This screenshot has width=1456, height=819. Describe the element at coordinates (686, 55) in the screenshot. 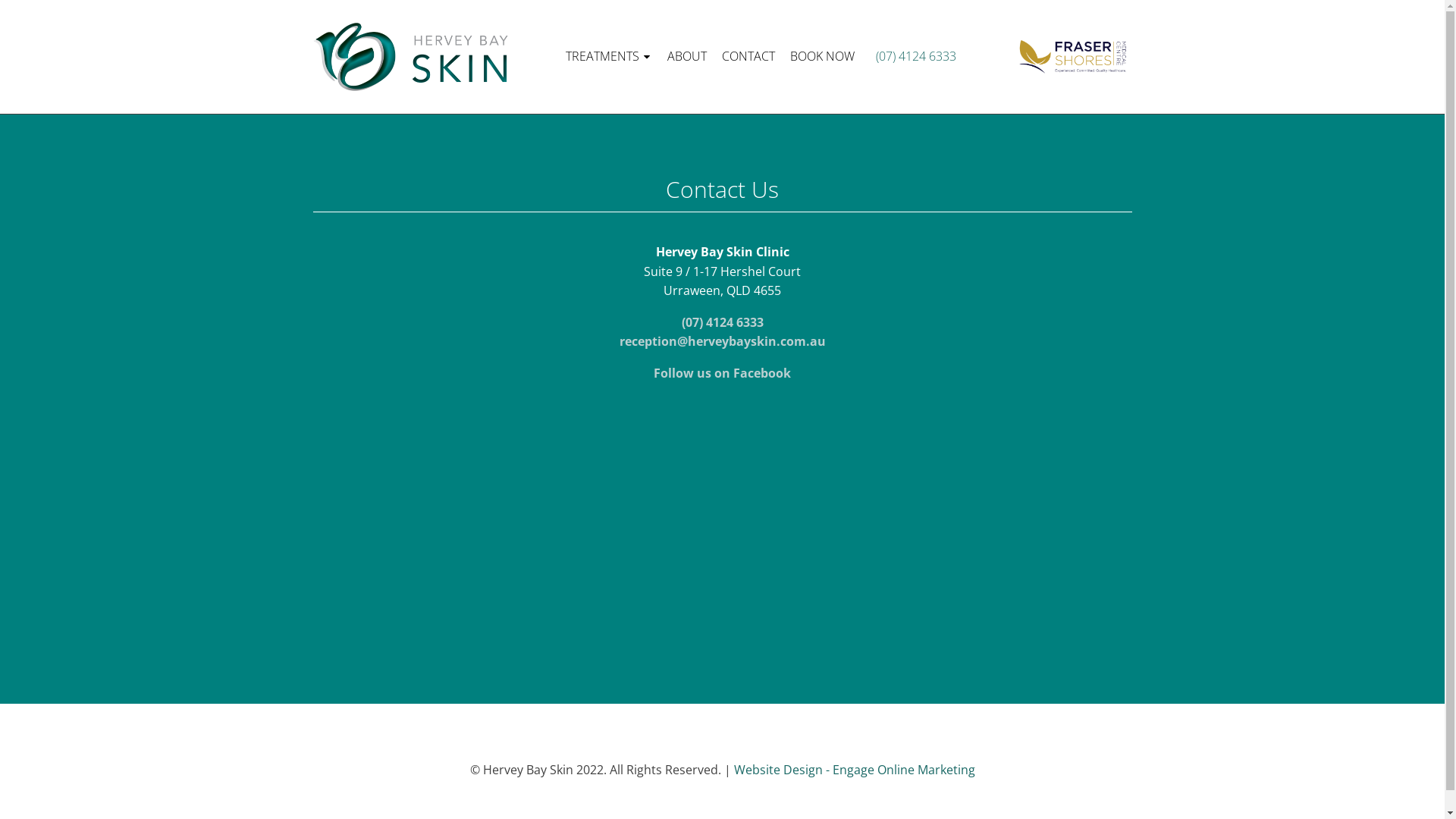

I see `'ABOUT'` at that location.